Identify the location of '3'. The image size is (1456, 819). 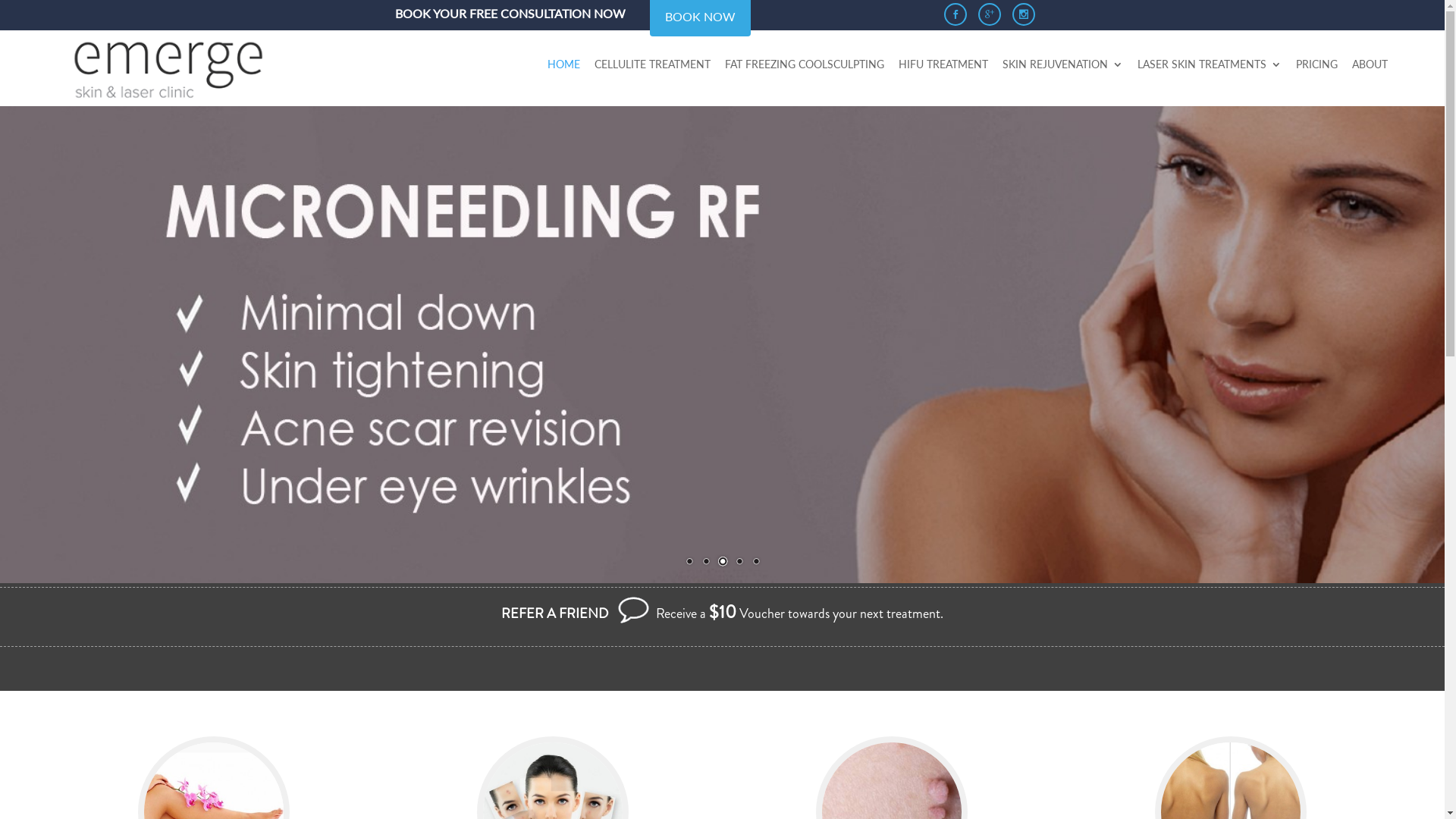
(722, 562).